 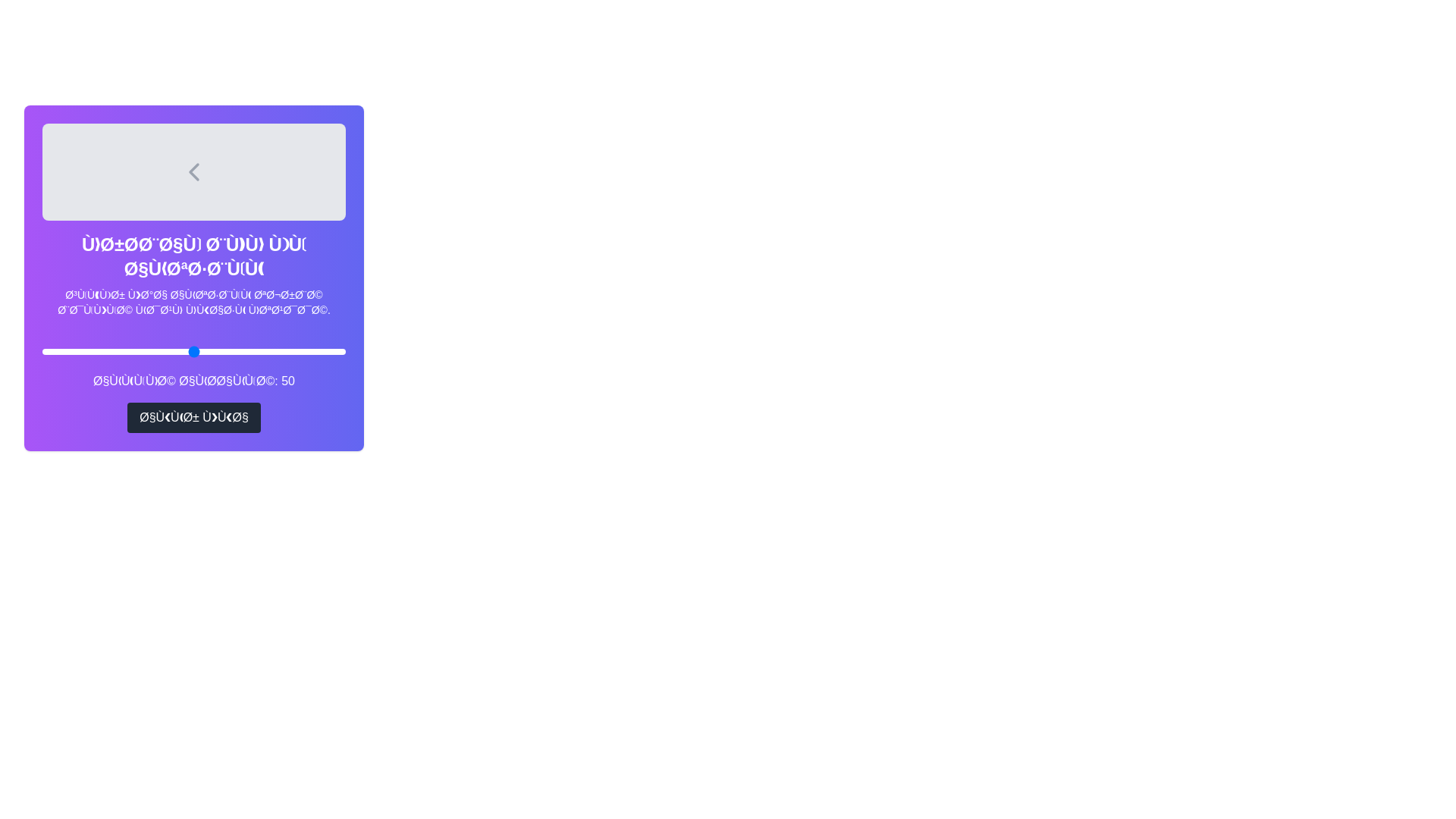 What do you see at coordinates (193, 171) in the screenshot?
I see `the navigation button located within a gray, rounded rectangular area at the top of a card-like widget` at bounding box center [193, 171].